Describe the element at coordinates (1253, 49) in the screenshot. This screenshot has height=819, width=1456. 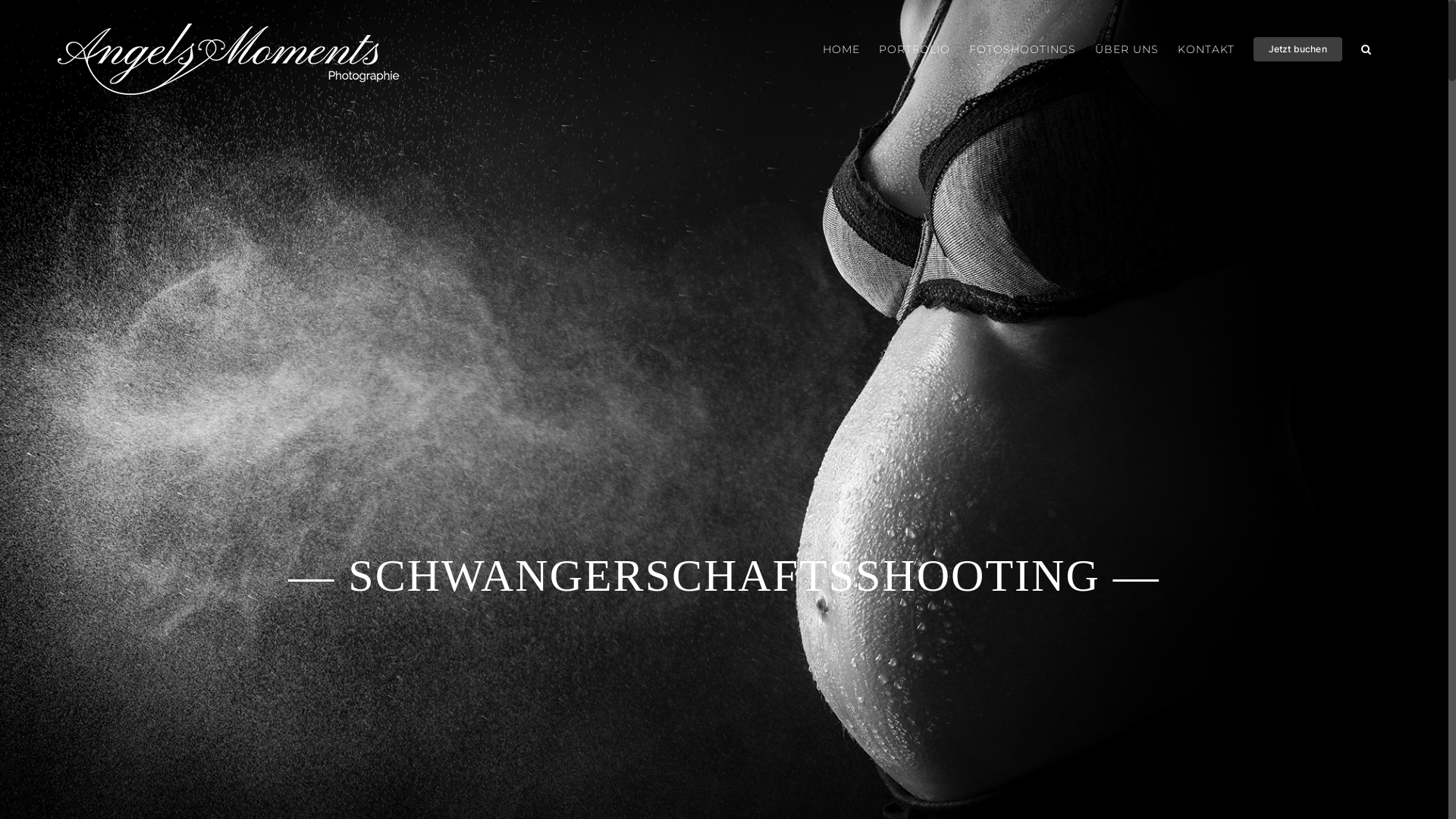
I see `'Jetzt buchen'` at that location.